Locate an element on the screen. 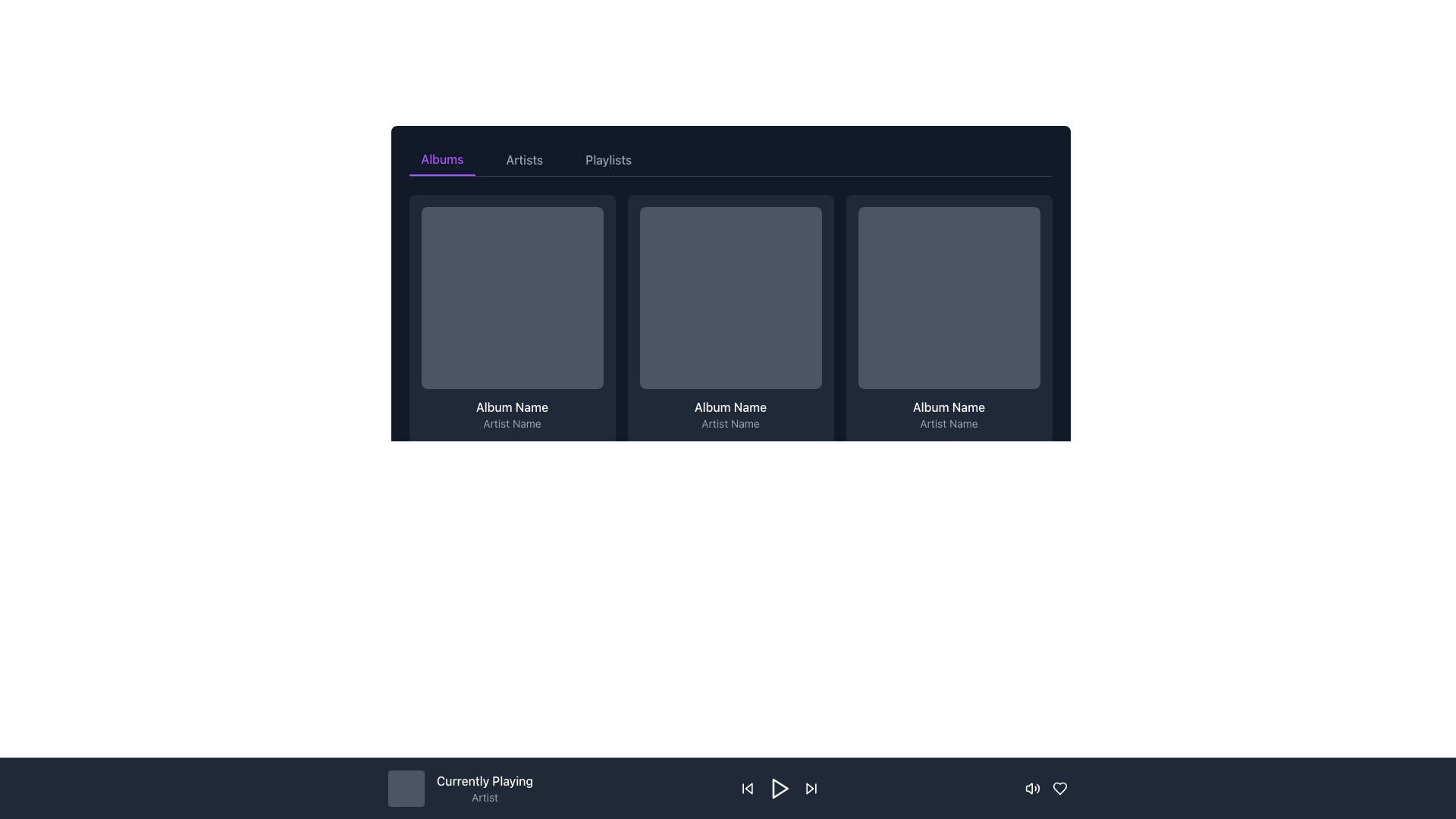 This screenshot has height=819, width=1456. the first interactive media card representing a music album in the music browser is located at coordinates (512, 329).